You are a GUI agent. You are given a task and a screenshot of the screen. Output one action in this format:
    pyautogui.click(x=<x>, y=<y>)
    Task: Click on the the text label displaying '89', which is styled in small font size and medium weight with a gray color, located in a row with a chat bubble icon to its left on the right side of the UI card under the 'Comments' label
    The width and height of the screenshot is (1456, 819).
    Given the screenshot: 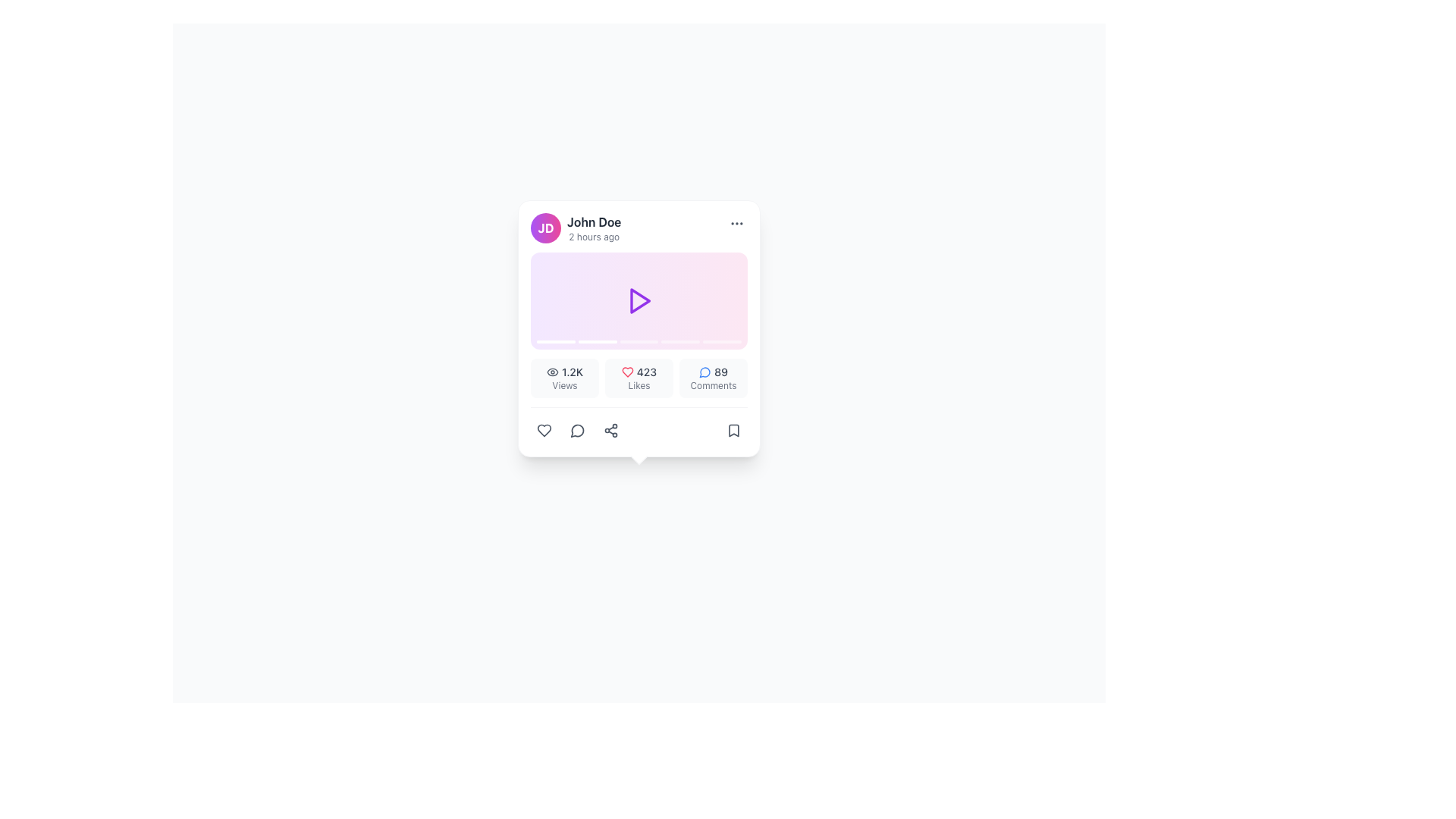 What is the action you would take?
    pyautogui.click(x=720, y=372)
    